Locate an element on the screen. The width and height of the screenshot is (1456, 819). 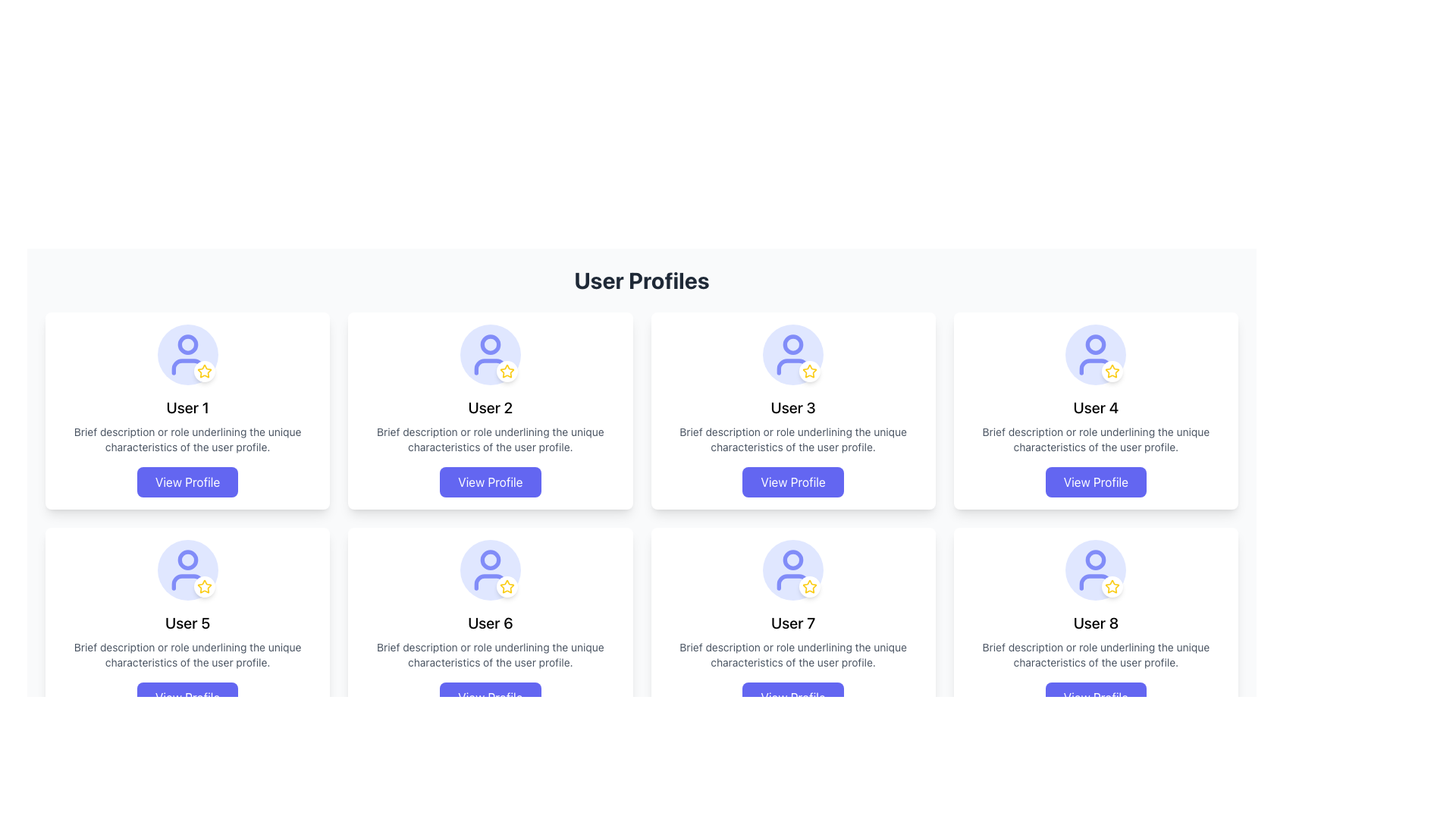
the Text Label in the 'User 4' profile card, which is styled in gray and positioned below the title 'User 4' and above the 'View Profile' button is located at coordinates (1096, 439).